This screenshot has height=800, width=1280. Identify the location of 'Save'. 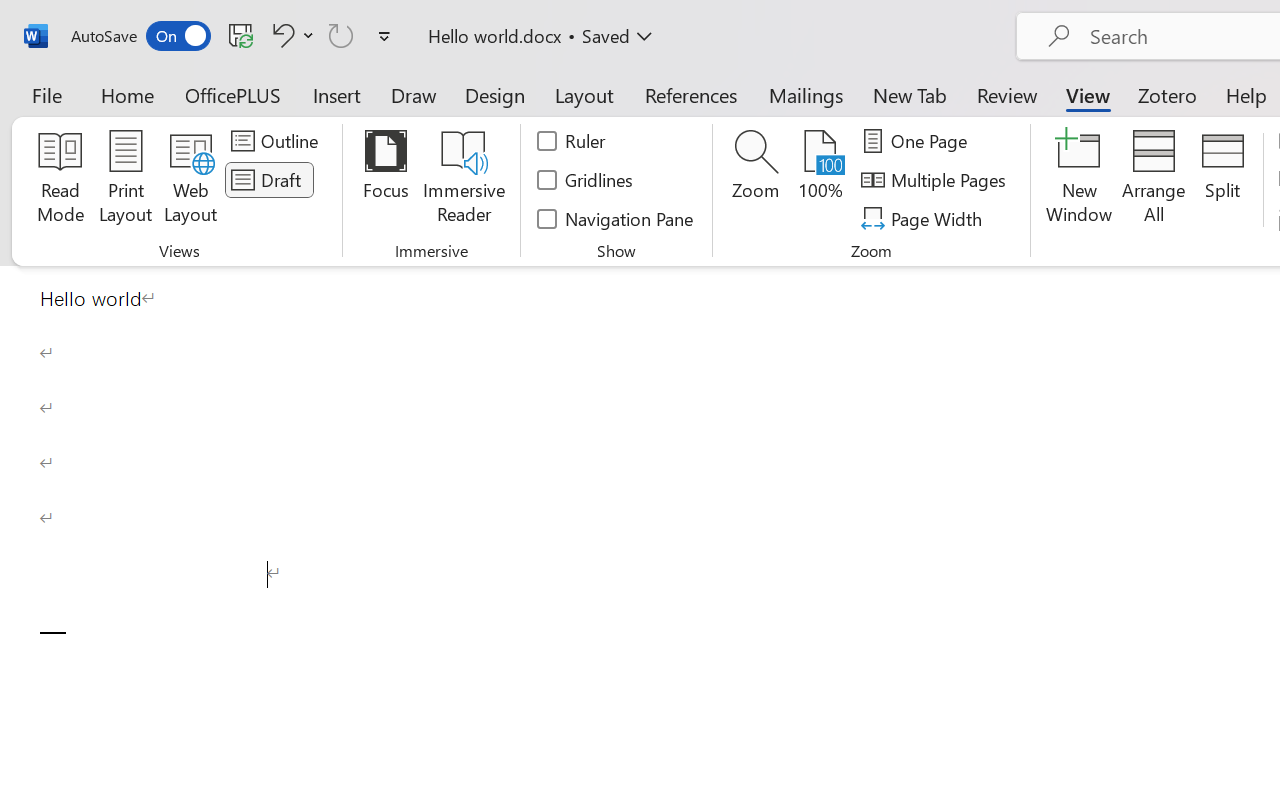
(240, 34).